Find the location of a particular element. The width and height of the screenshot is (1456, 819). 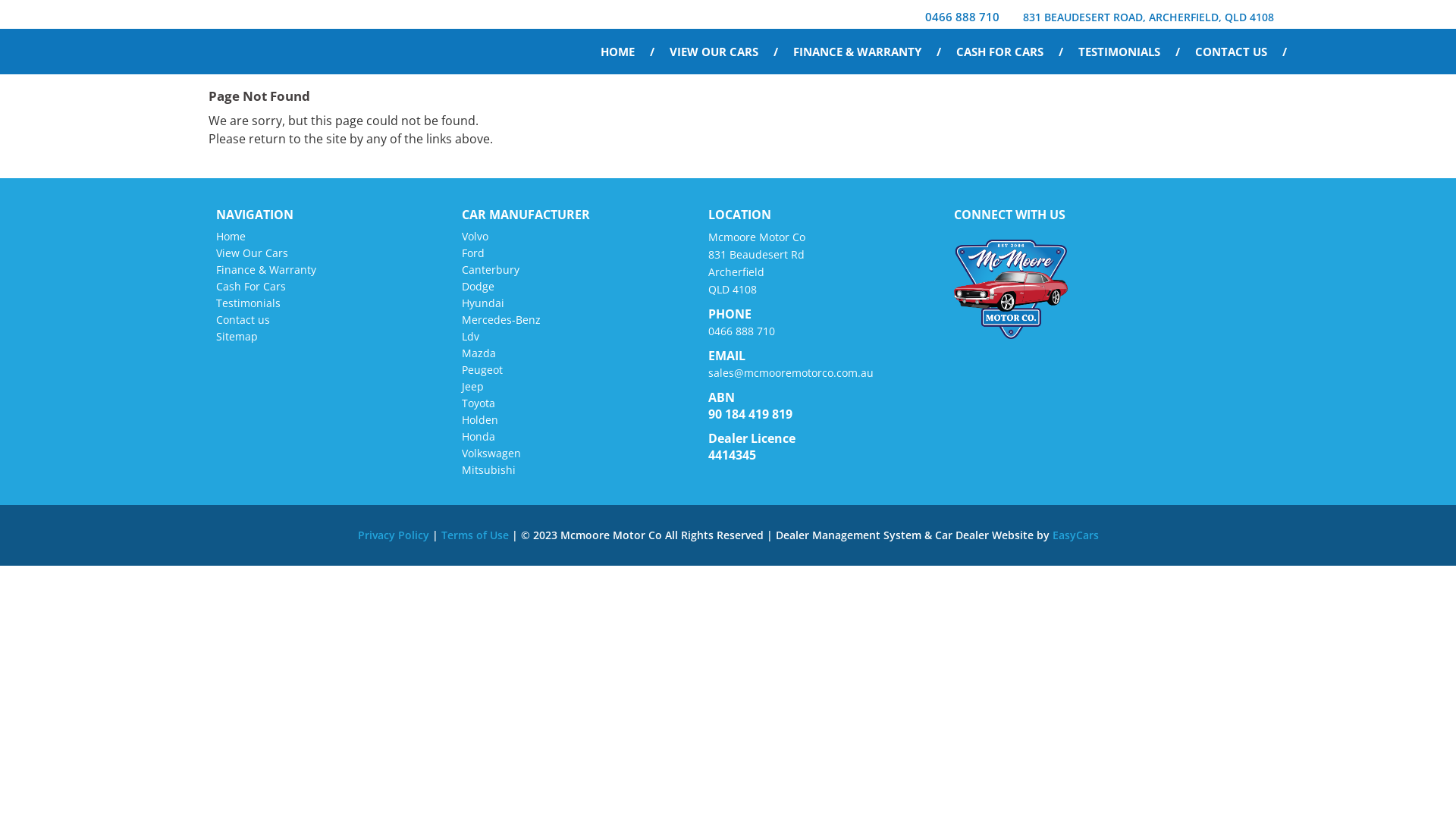

'Finance & Warranty' is located at coordinates (265, 268).